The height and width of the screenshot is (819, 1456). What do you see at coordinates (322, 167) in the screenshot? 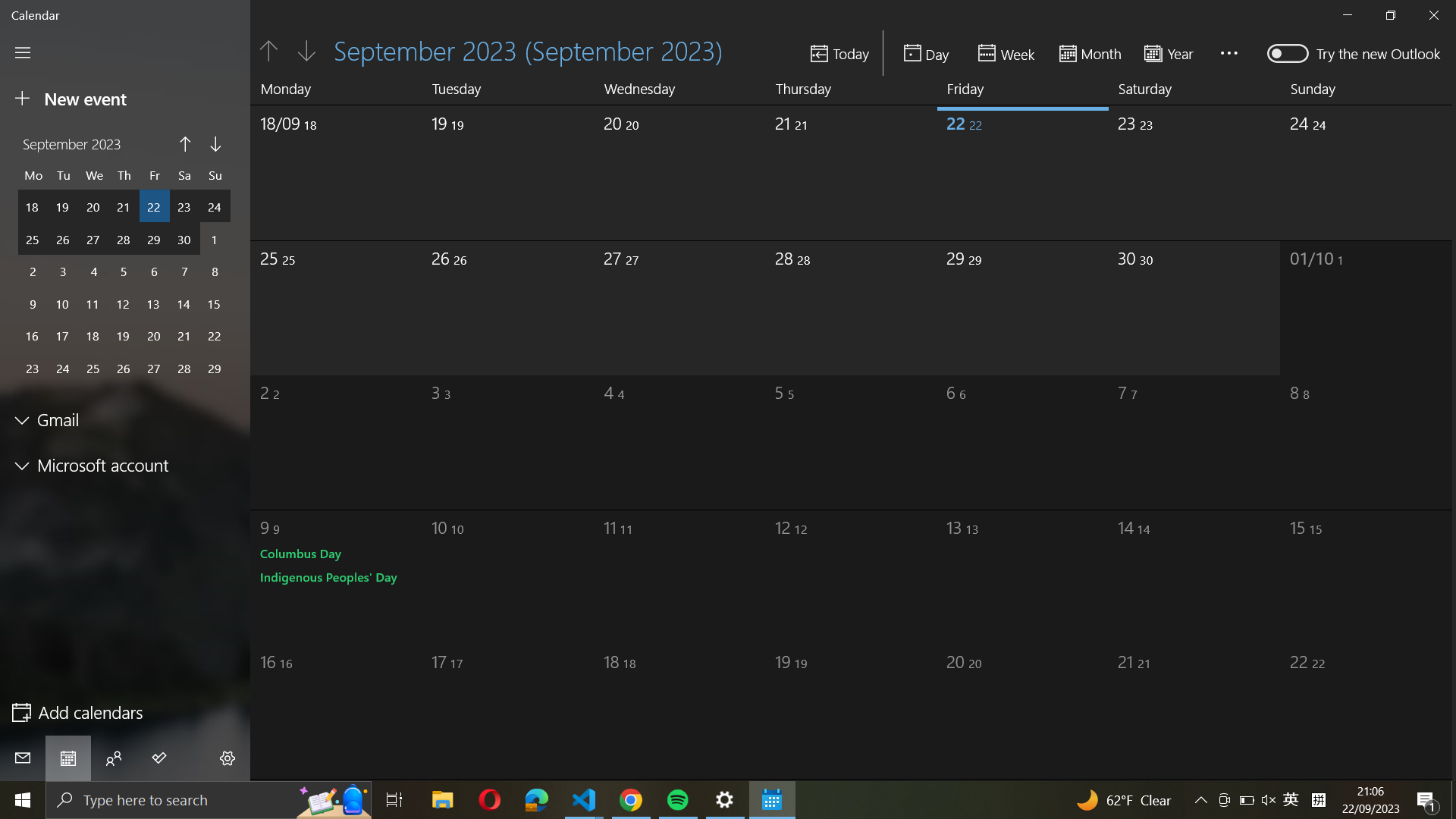
I see `the date September 18th` at bounding box center [322, 167].